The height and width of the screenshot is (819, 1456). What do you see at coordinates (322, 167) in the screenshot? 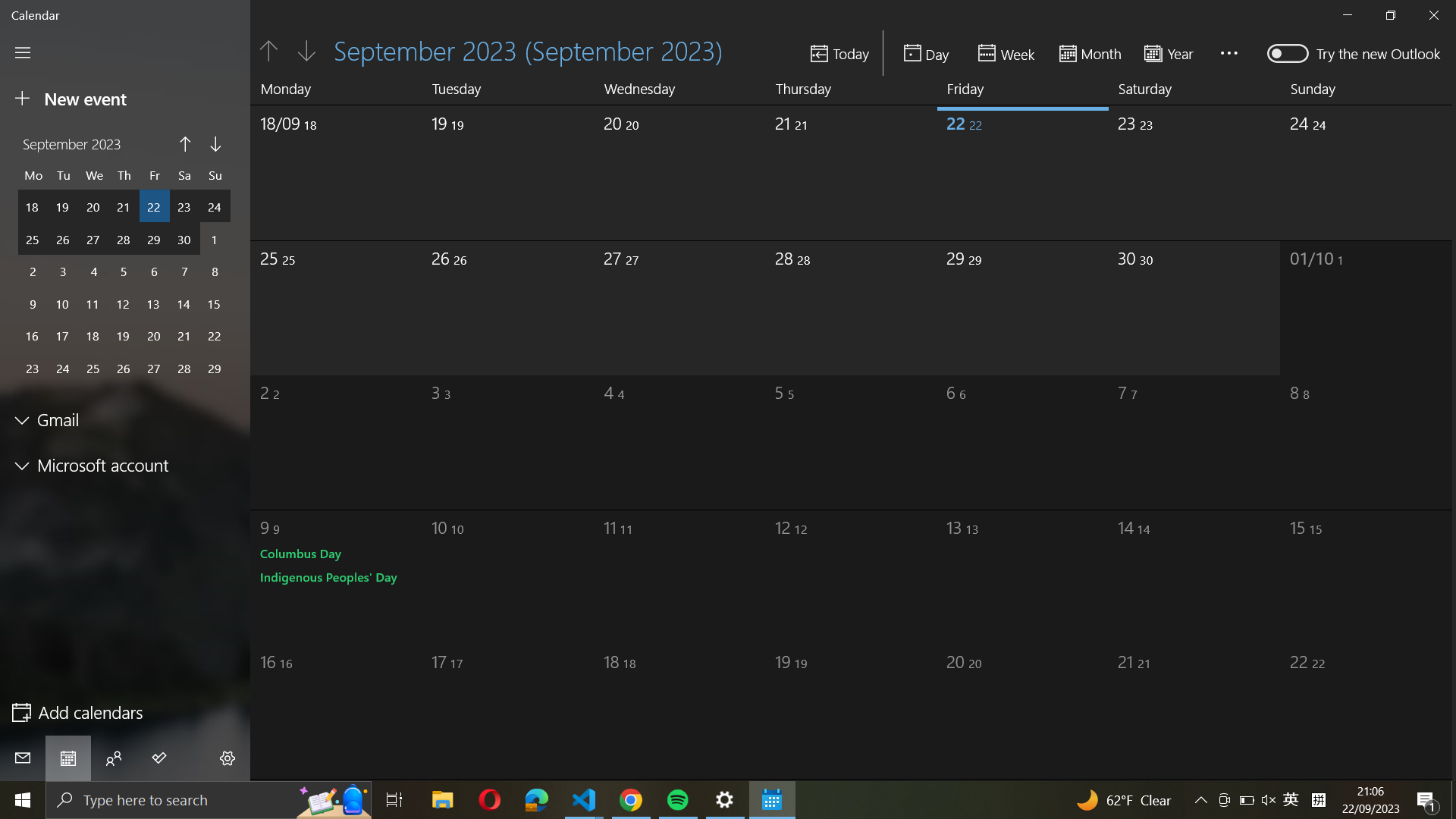
I see `the date September 18th` at bounding box center [322, 167].